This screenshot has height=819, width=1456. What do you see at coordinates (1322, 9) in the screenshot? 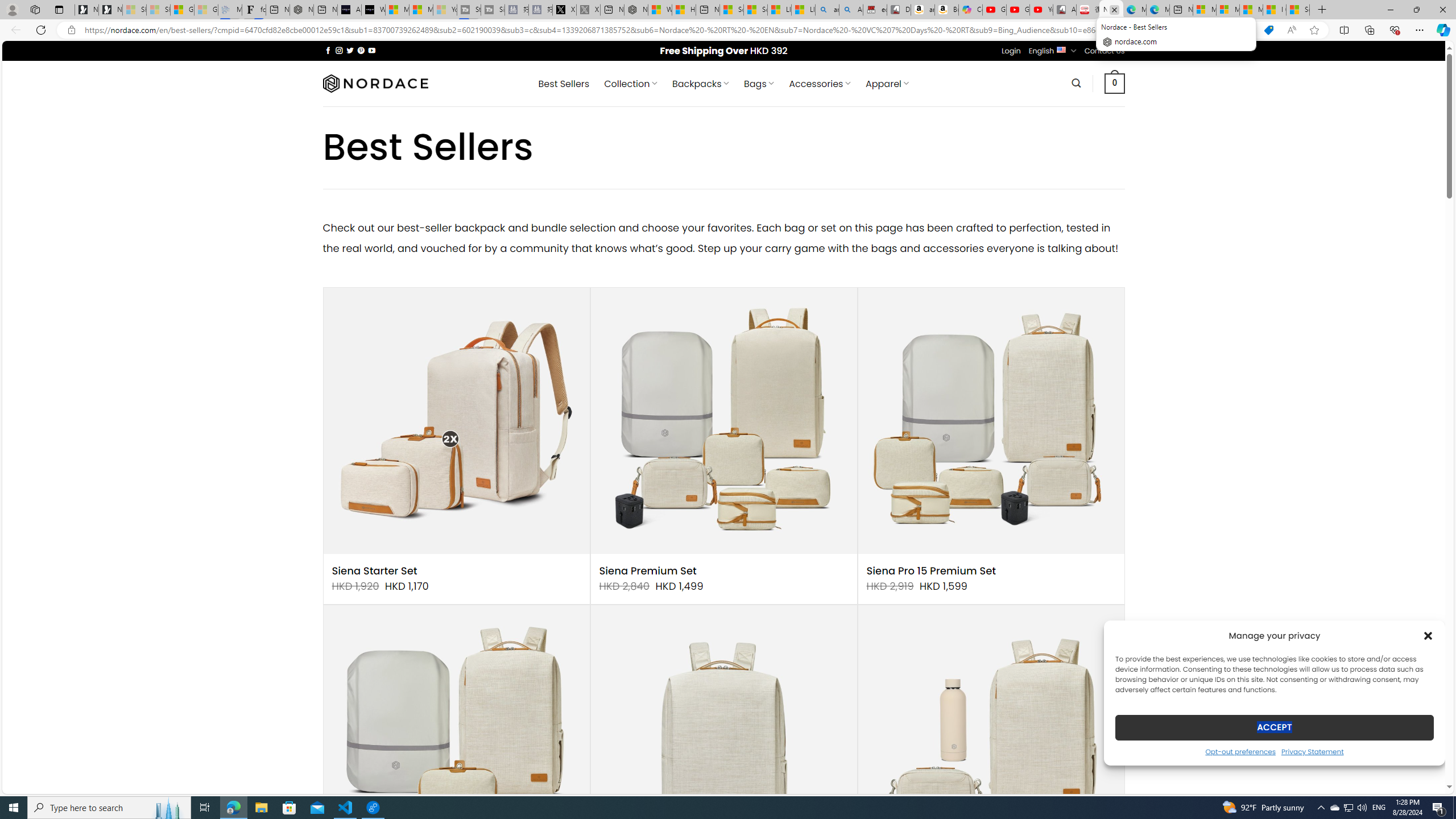
I see `'New Tab'` at bounding box center [1322, 9].